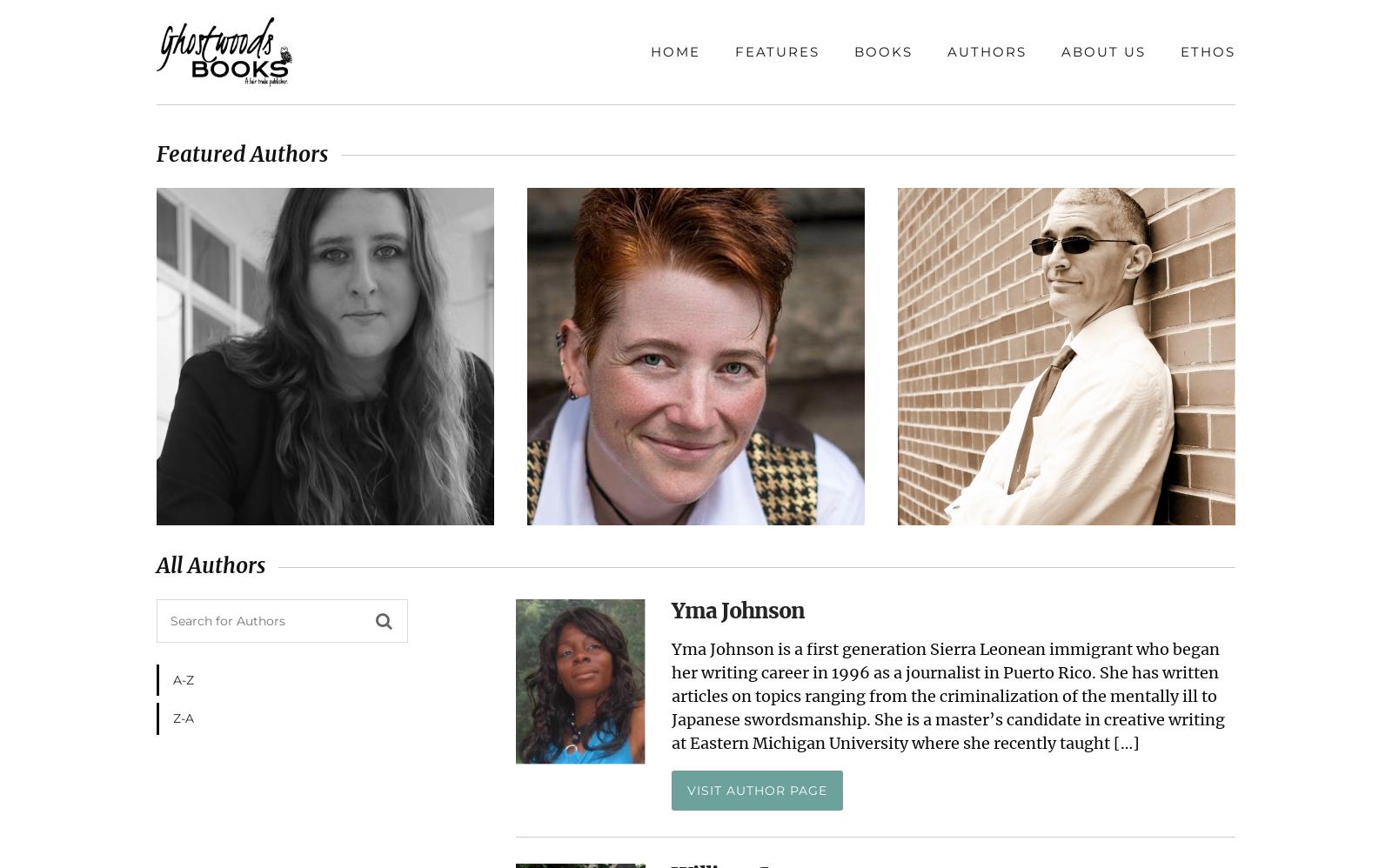 Image resolution: width=1392 pixels, height=868 pixels. What do you see at coordinates (1207, 50) in the screenshot?
I see `'Ethos'` at bounding box center [1207, 50].